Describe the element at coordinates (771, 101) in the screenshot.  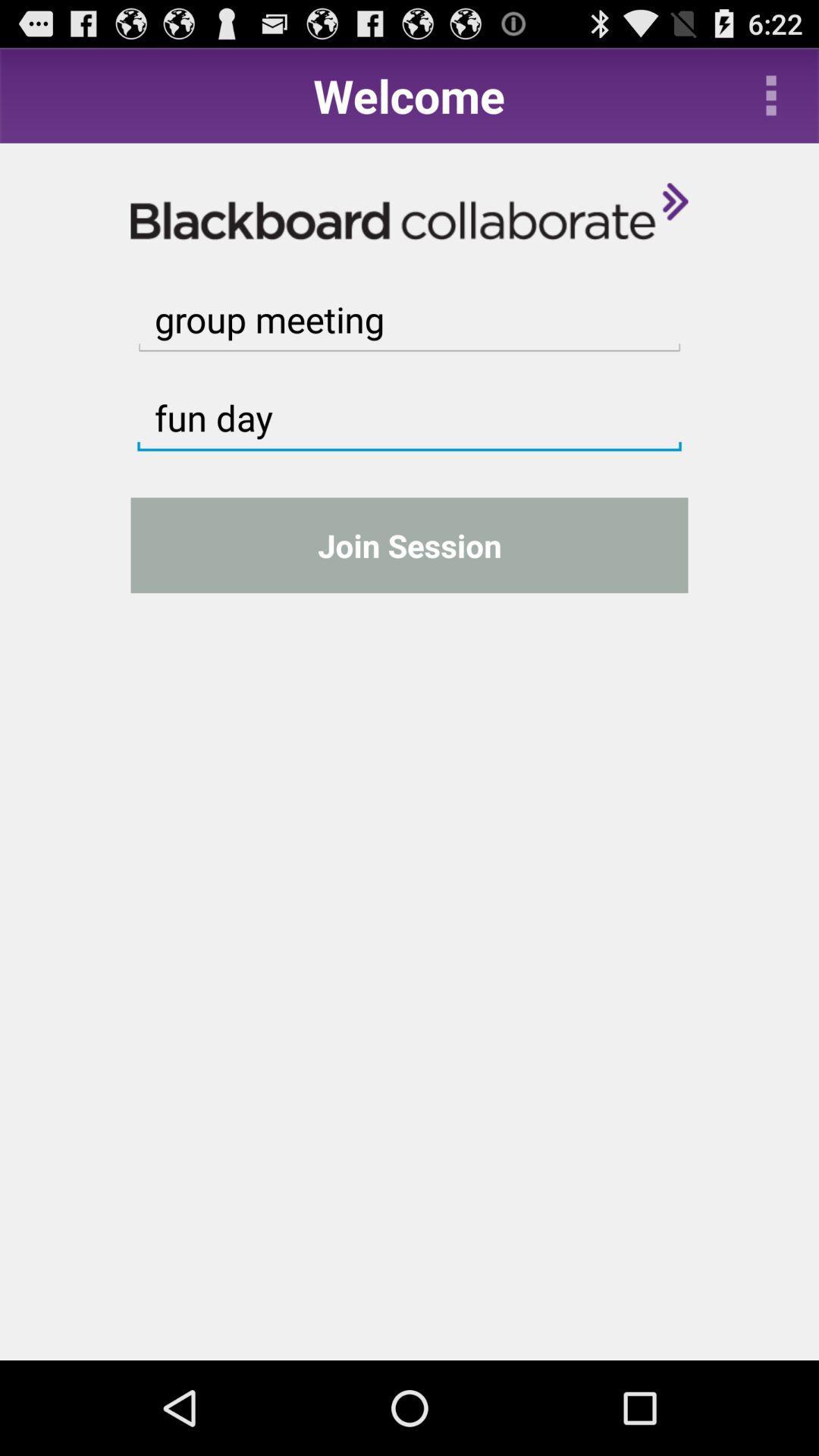
I see `the more icon` at that location.